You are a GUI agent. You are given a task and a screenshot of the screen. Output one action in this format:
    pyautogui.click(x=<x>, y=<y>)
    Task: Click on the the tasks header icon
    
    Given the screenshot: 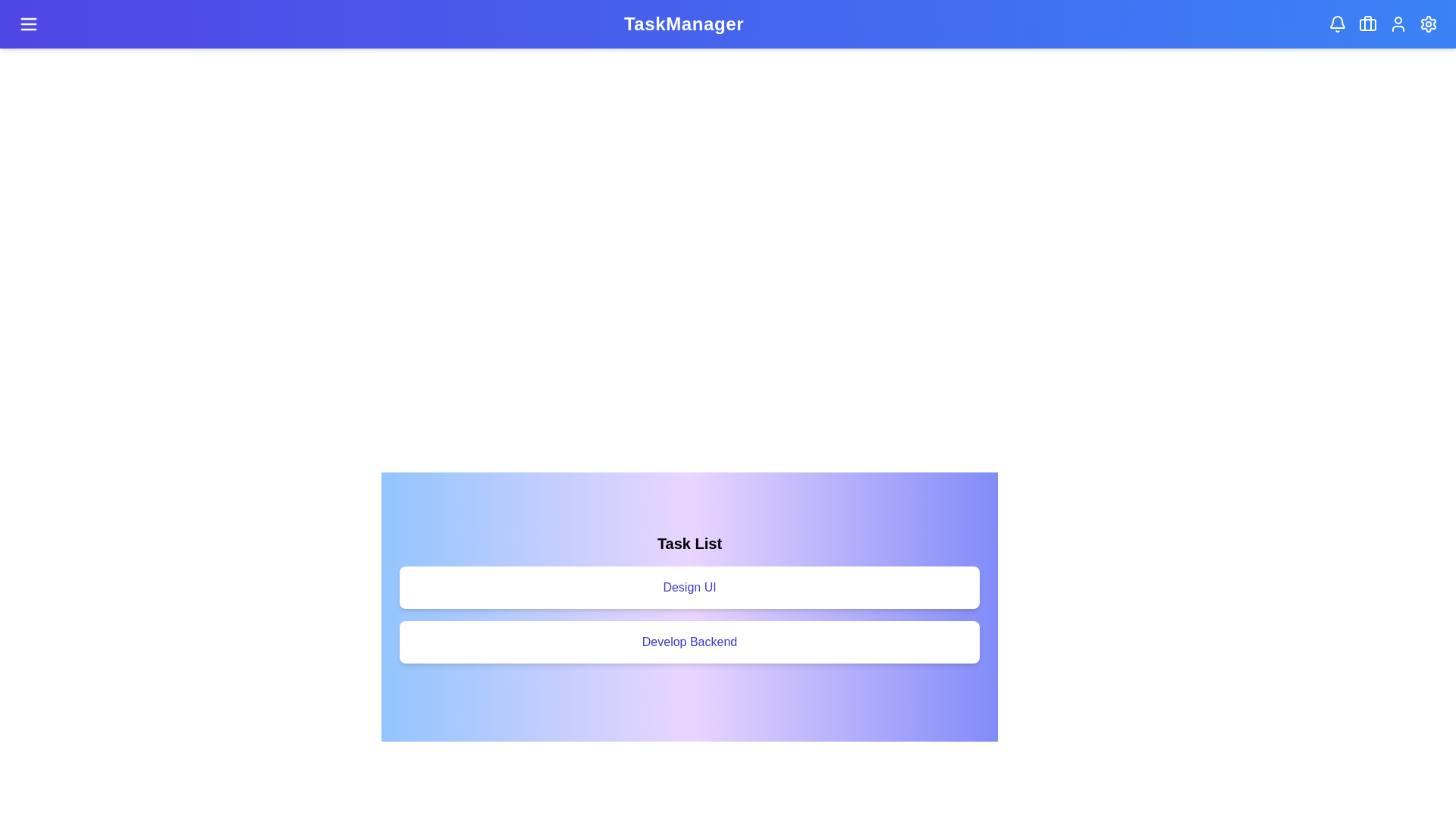 What is the action you would take?
    pyautogui.click(x=1368, y=24)
    